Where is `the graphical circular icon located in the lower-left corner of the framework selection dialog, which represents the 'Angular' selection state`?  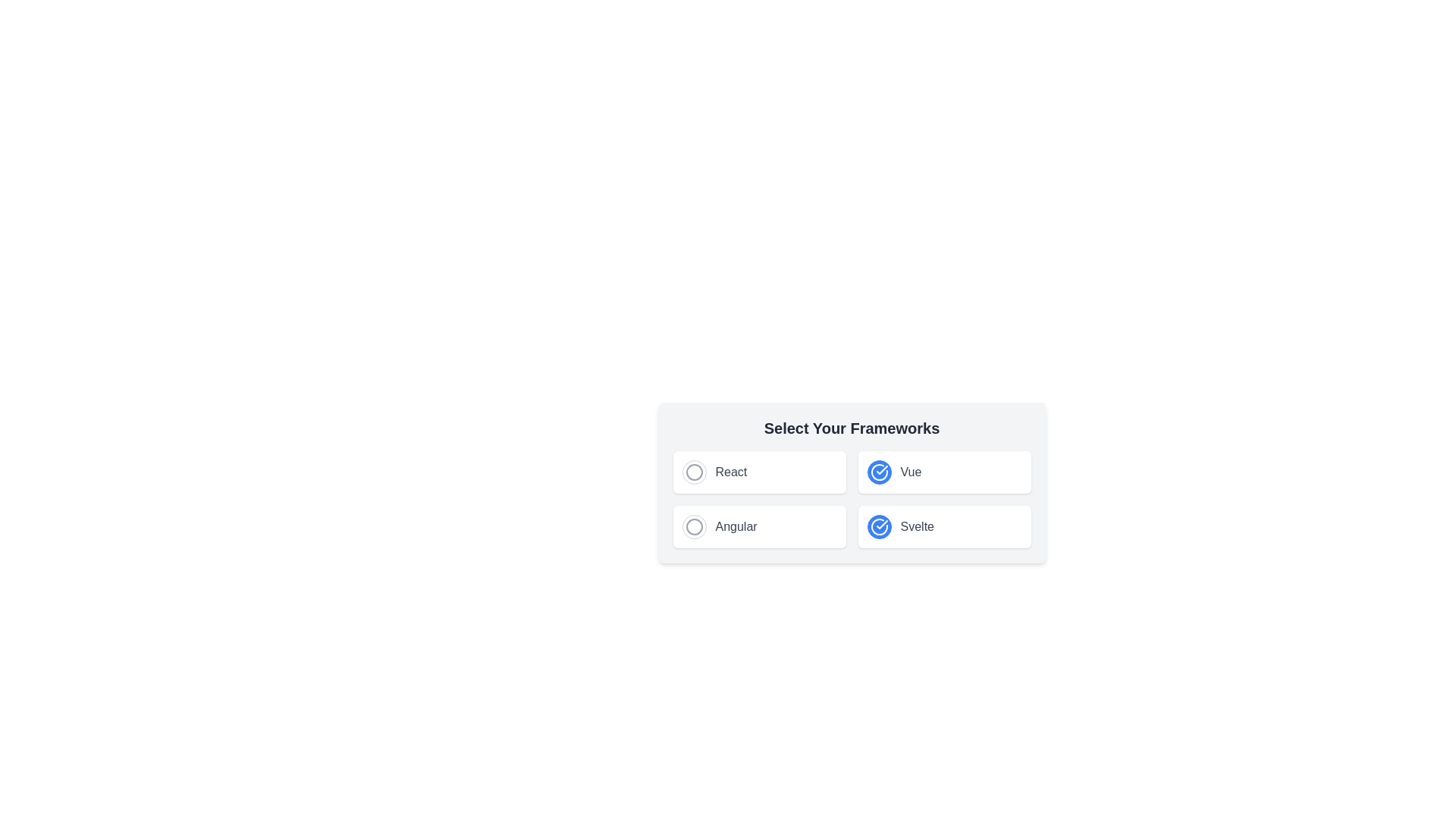
the graphical circular icon located in the lower-left corner of the framework selection dialog, which represents the 'Angular' selection state is located at coordinates (693, 526).